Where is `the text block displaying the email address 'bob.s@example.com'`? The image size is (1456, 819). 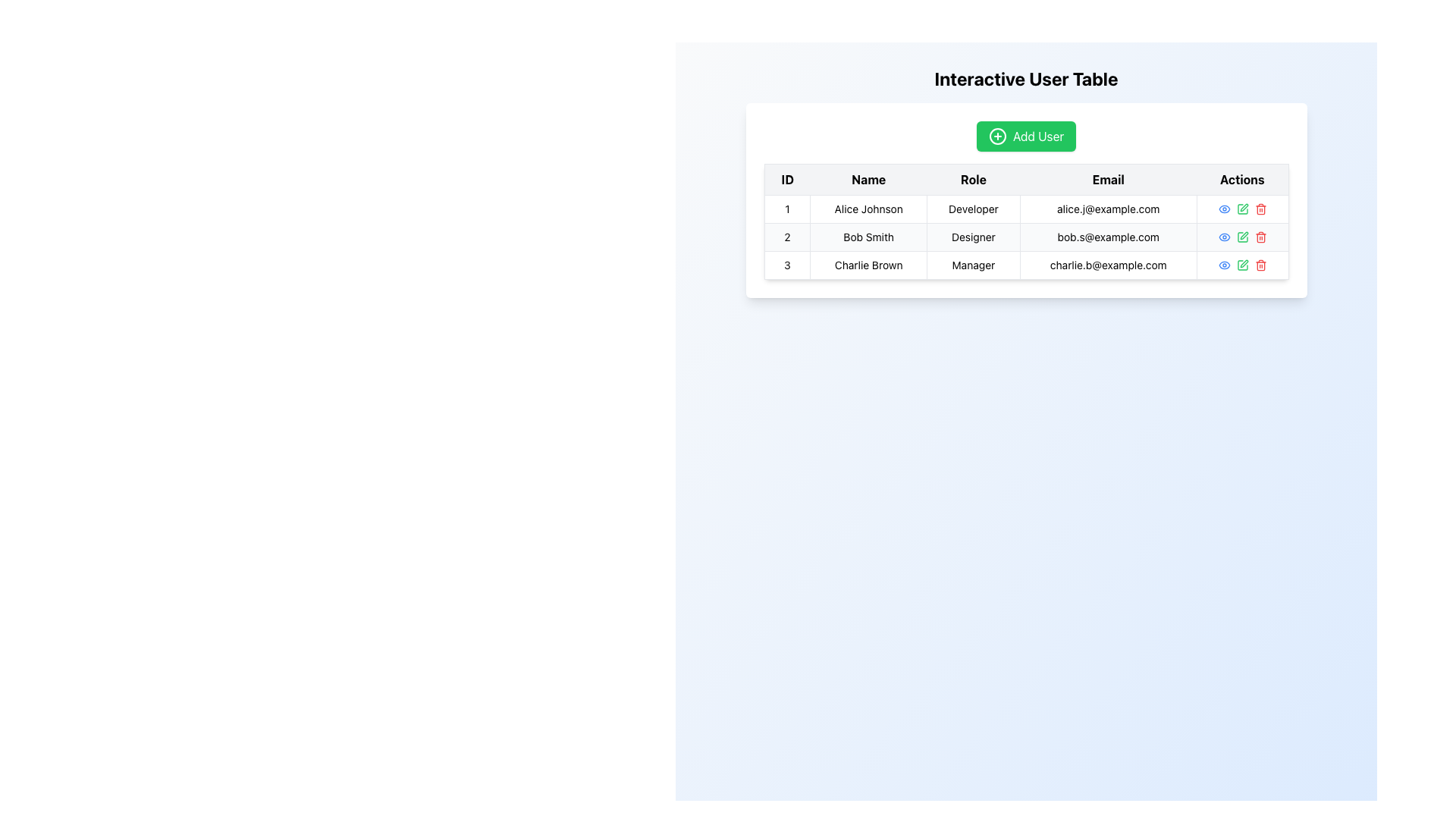 the text block displaying the email address 'bob.s@example.com' is located at coordinates (1108, 237).